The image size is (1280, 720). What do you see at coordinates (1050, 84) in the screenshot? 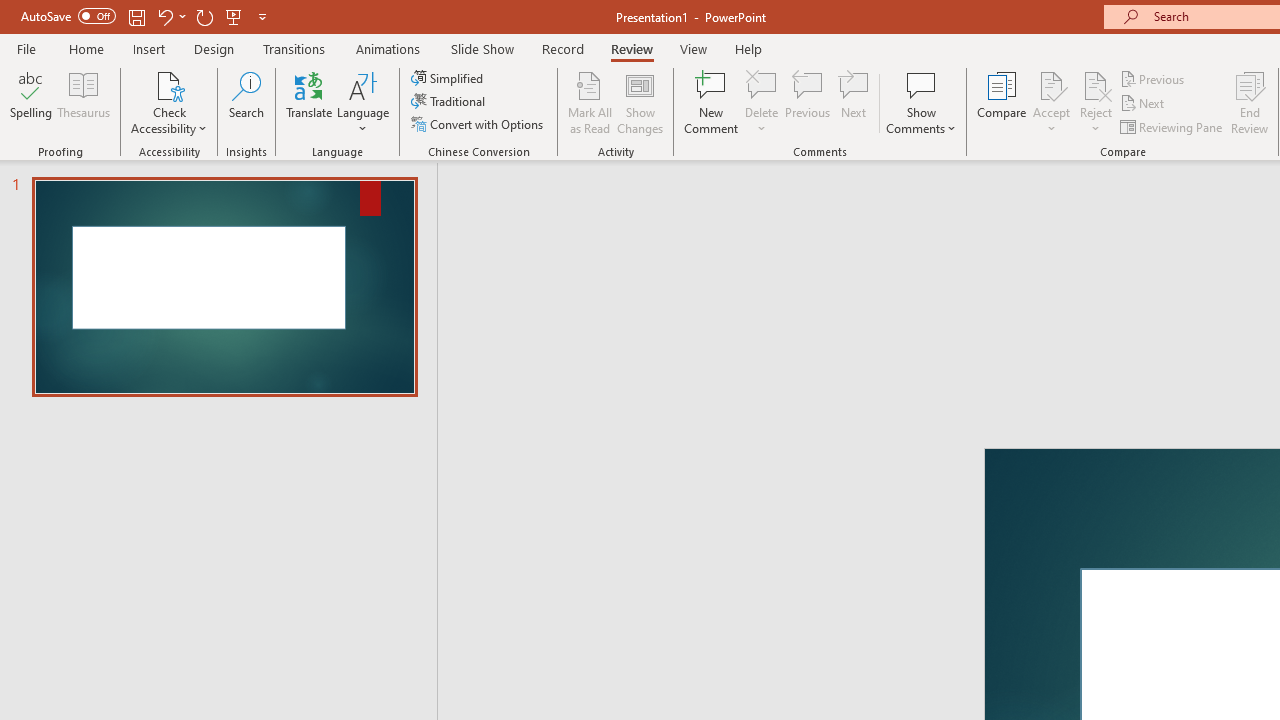
I see `'Accept Change'` at bounding box center [1050, 84].